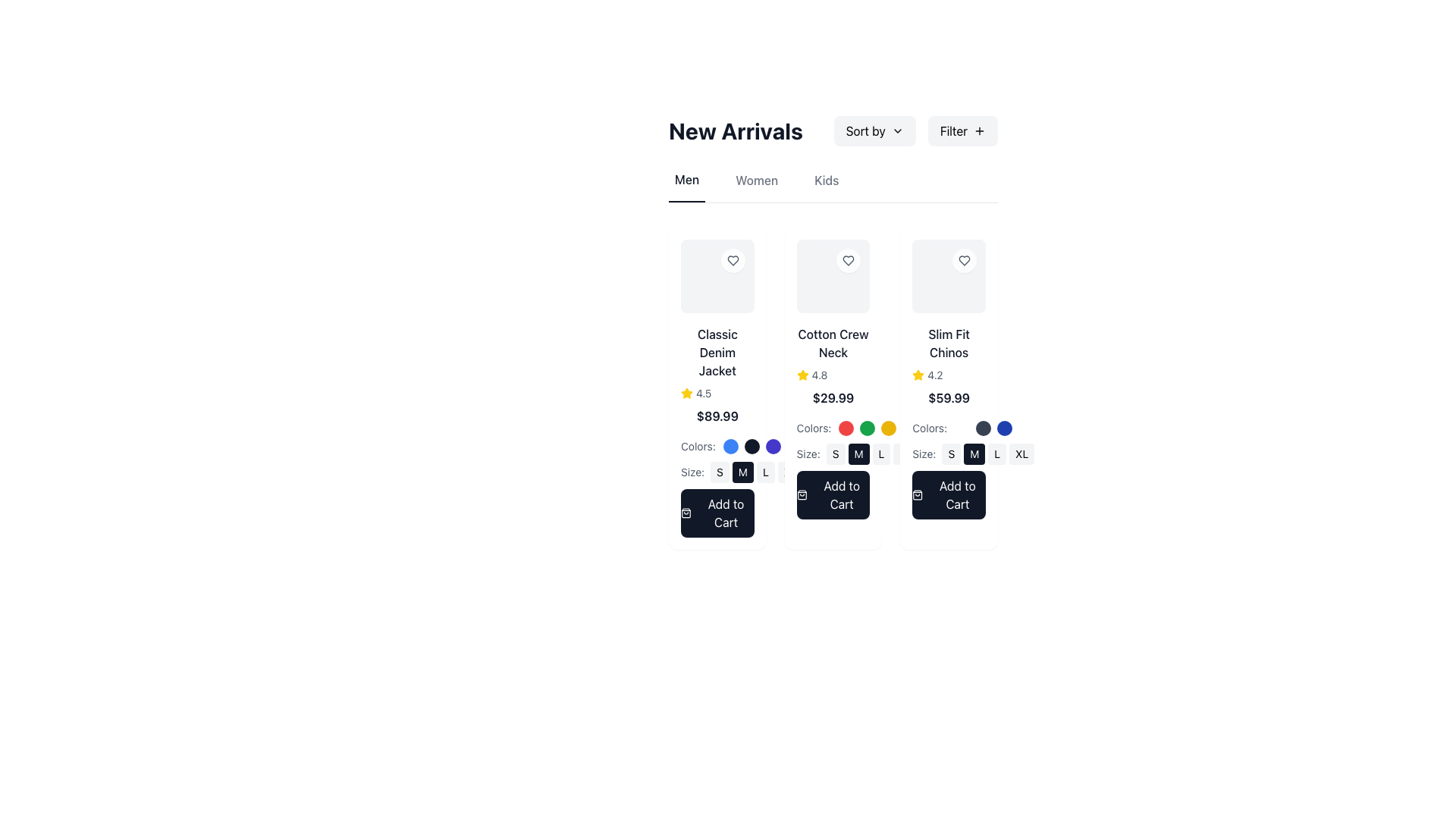 The height and width of the screenshot is (819, 1456). What do you see at coordinates (717, 431) in the screenshot?
I see `the color swatch in the Product Detail Card for the 'Classic Denim Jacket'` at bounding box center [717, 431].